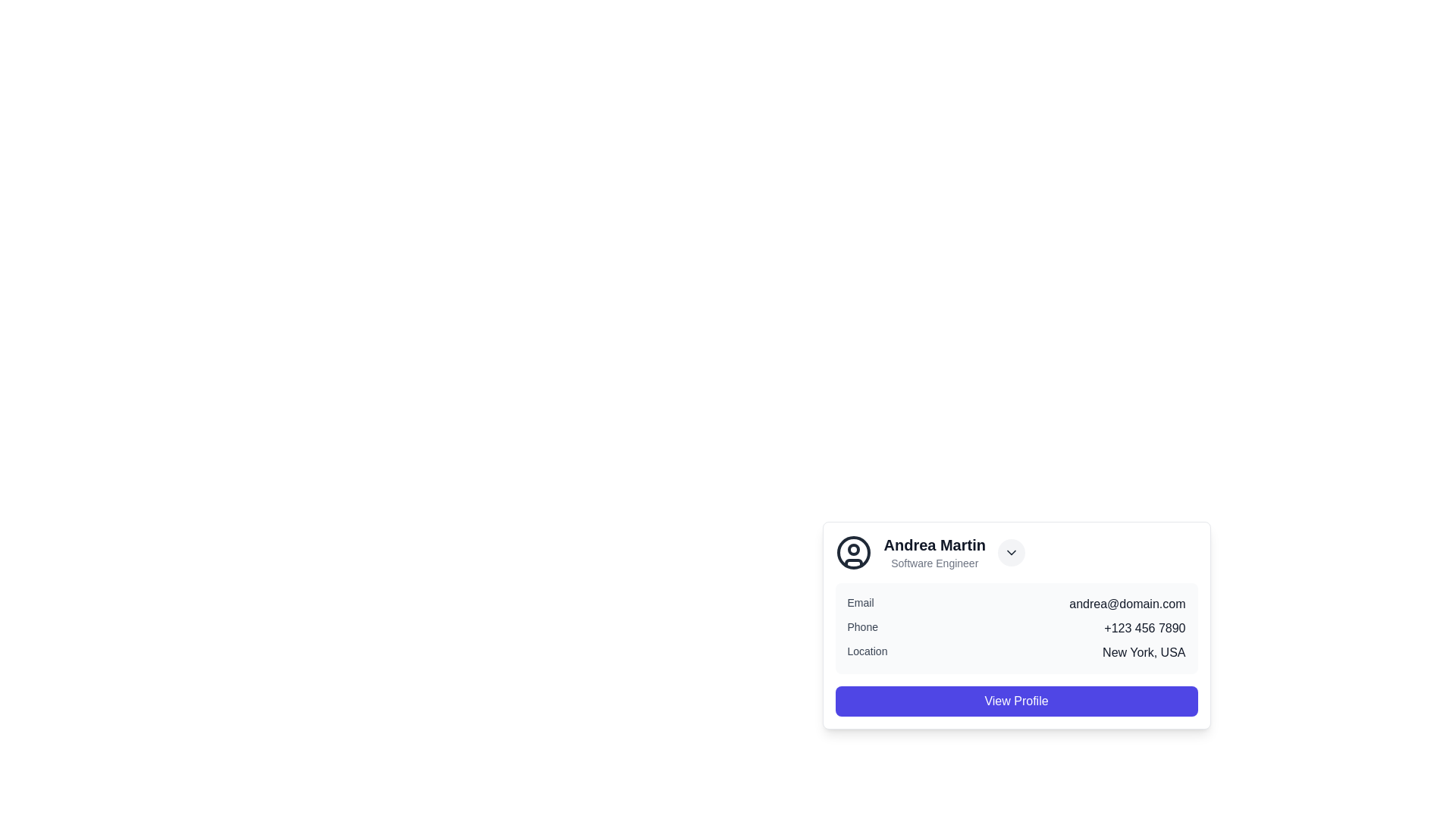 Image resolution: width=1456 pixels, height=819 pixels. I want to click on the circular SVG component representing the user profile icon located at the top-left corner of the profile card, so click(853, 553).